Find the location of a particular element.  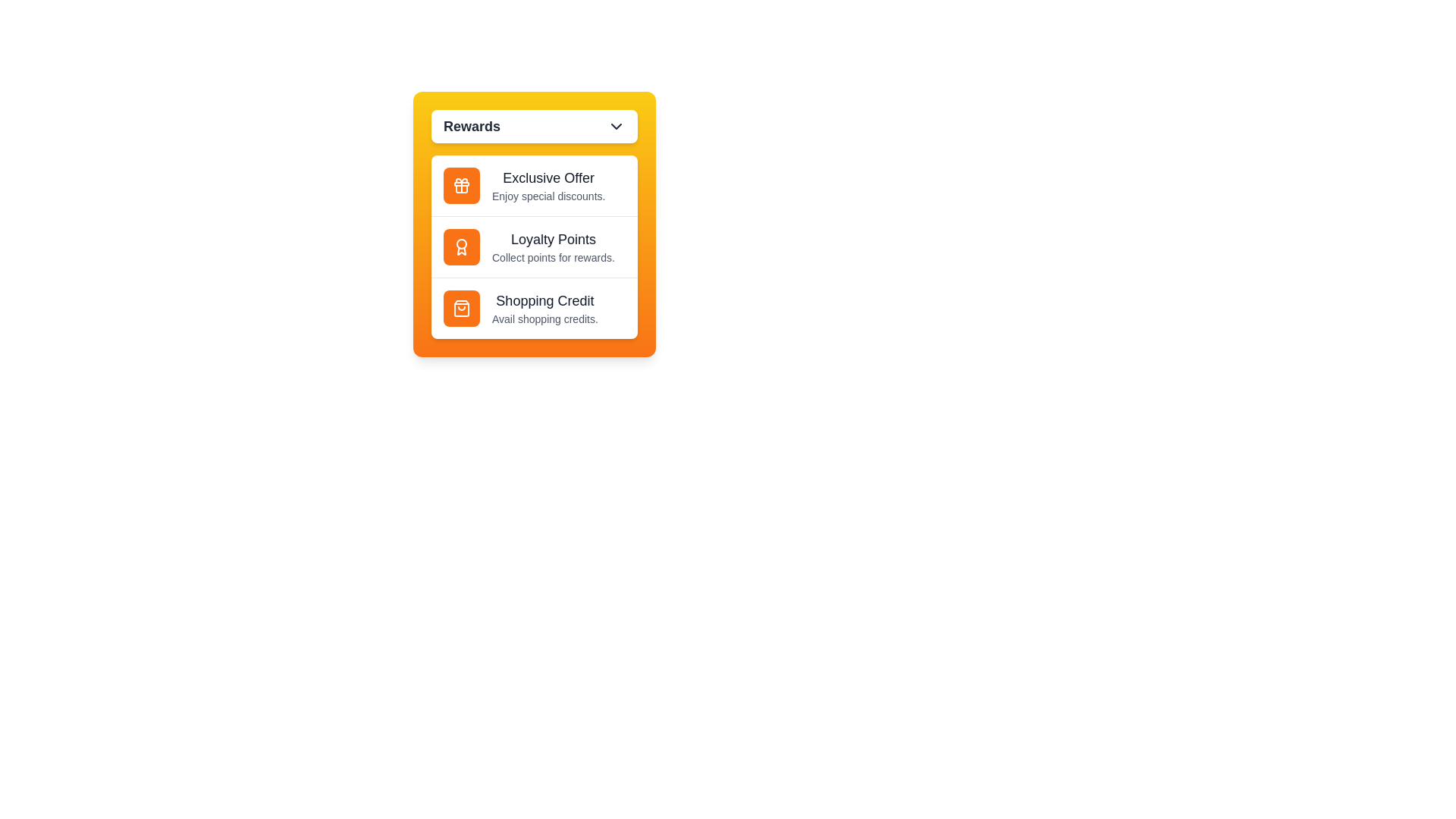

the chevron icon pointing downward, which indicates the expandable menu for the 'Rewards' section, using keyboard navigation is located at coordinates (616, 125).